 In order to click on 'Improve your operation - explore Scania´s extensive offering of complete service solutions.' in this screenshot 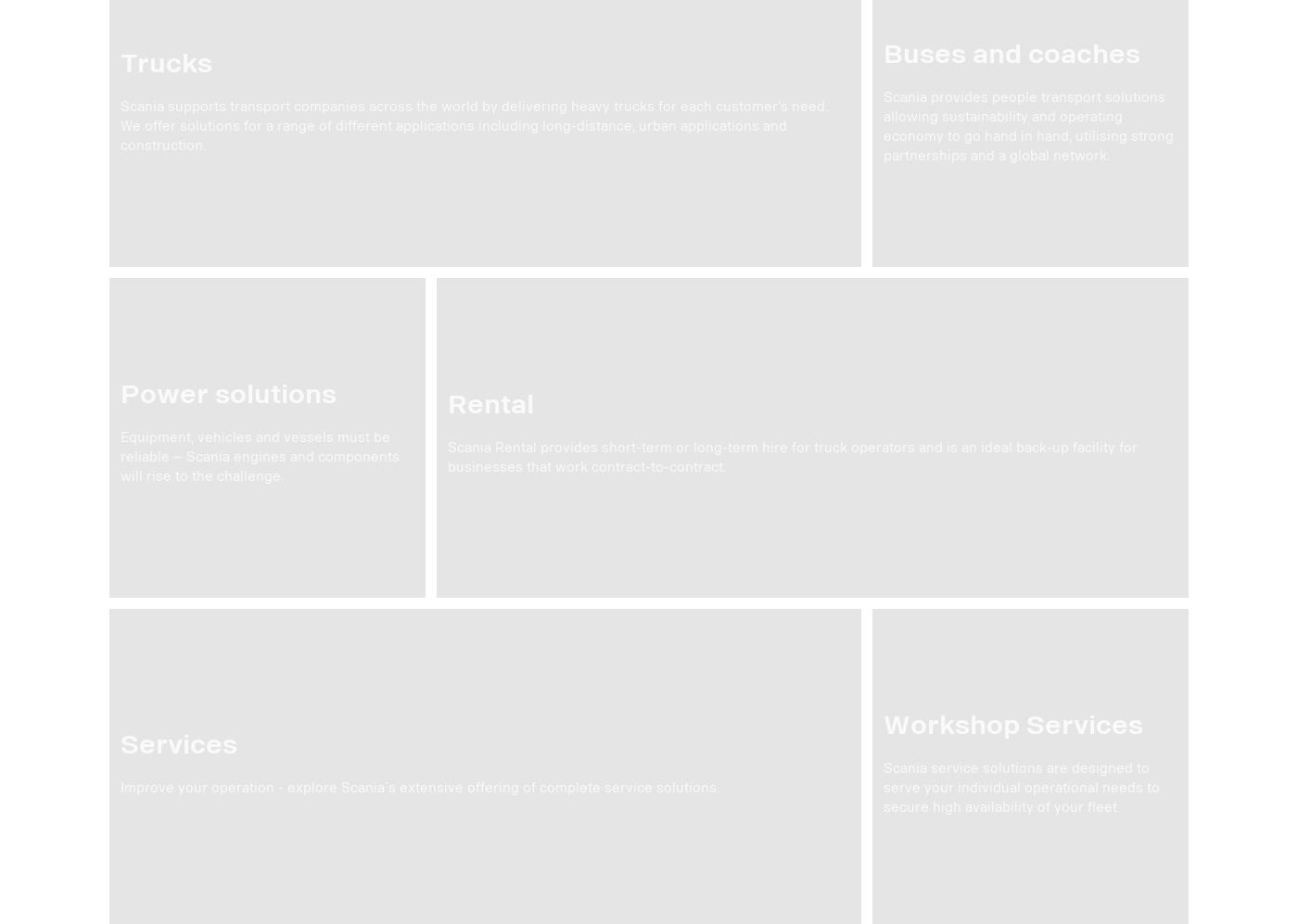, I will do `click(420, 788)`.